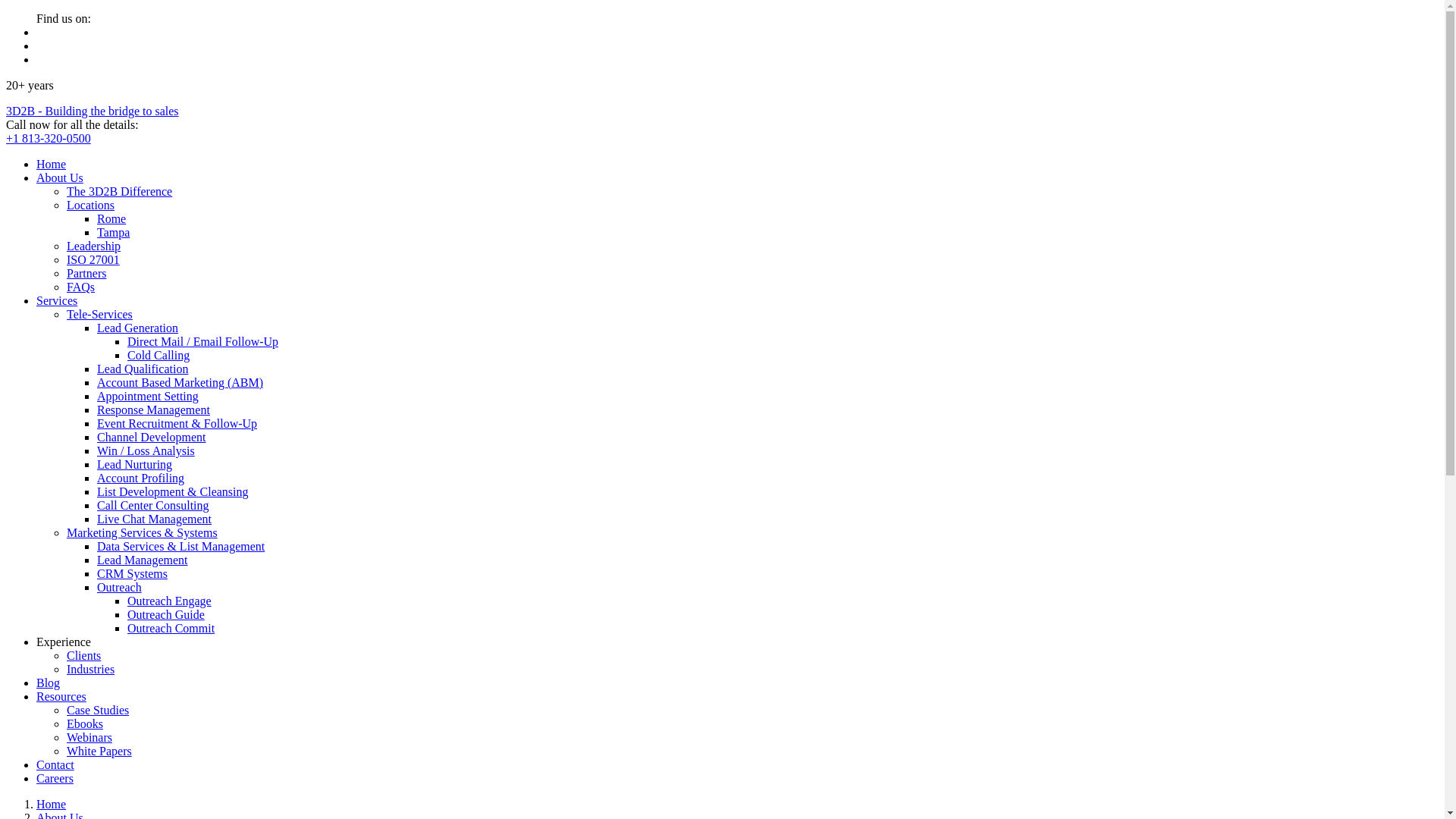  What do you see at coordinates (142, 560) in the screenshot?
I see `'Lead Management'` at bounding box center [142, 560].